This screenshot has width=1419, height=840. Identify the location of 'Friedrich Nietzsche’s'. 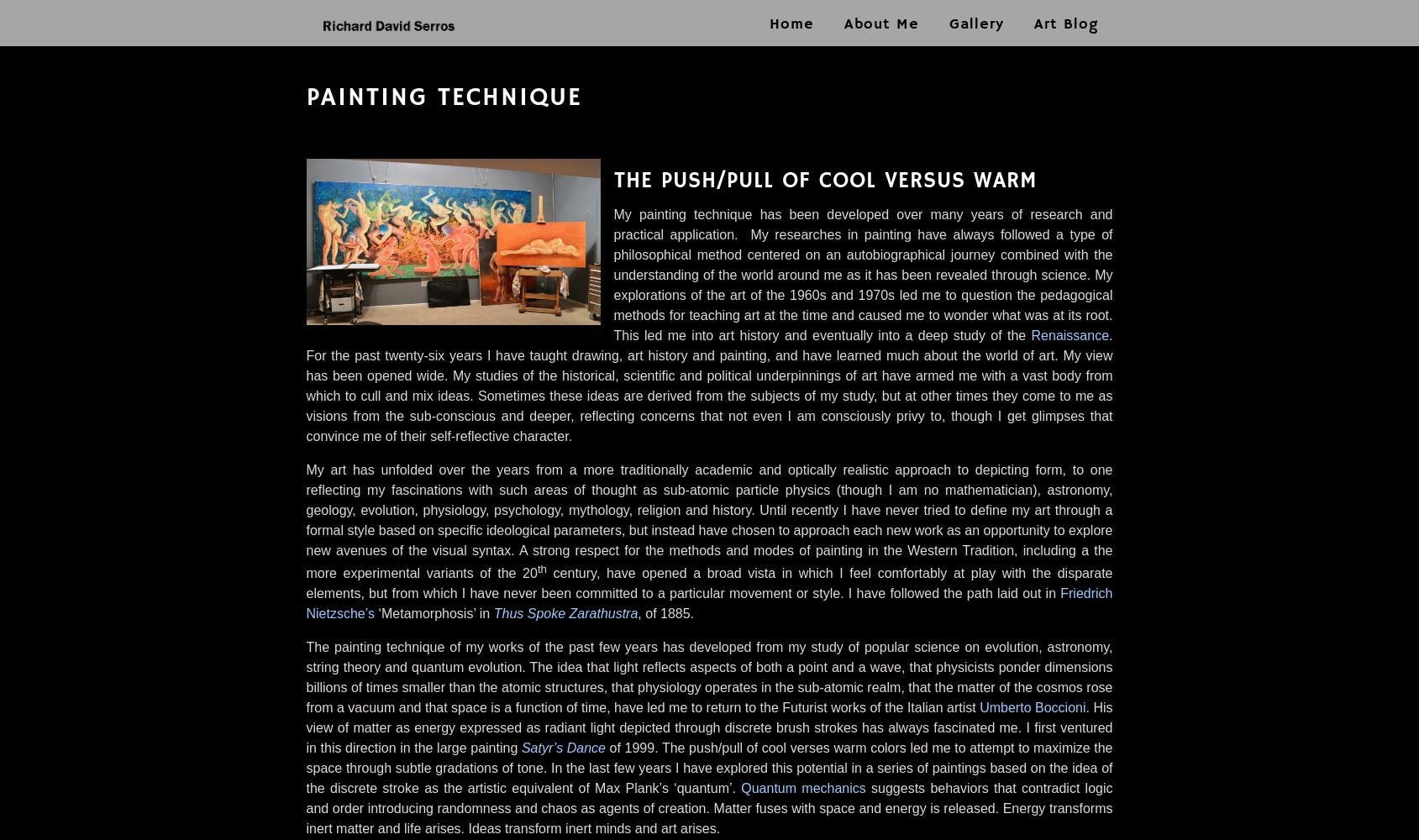
(305, 602).